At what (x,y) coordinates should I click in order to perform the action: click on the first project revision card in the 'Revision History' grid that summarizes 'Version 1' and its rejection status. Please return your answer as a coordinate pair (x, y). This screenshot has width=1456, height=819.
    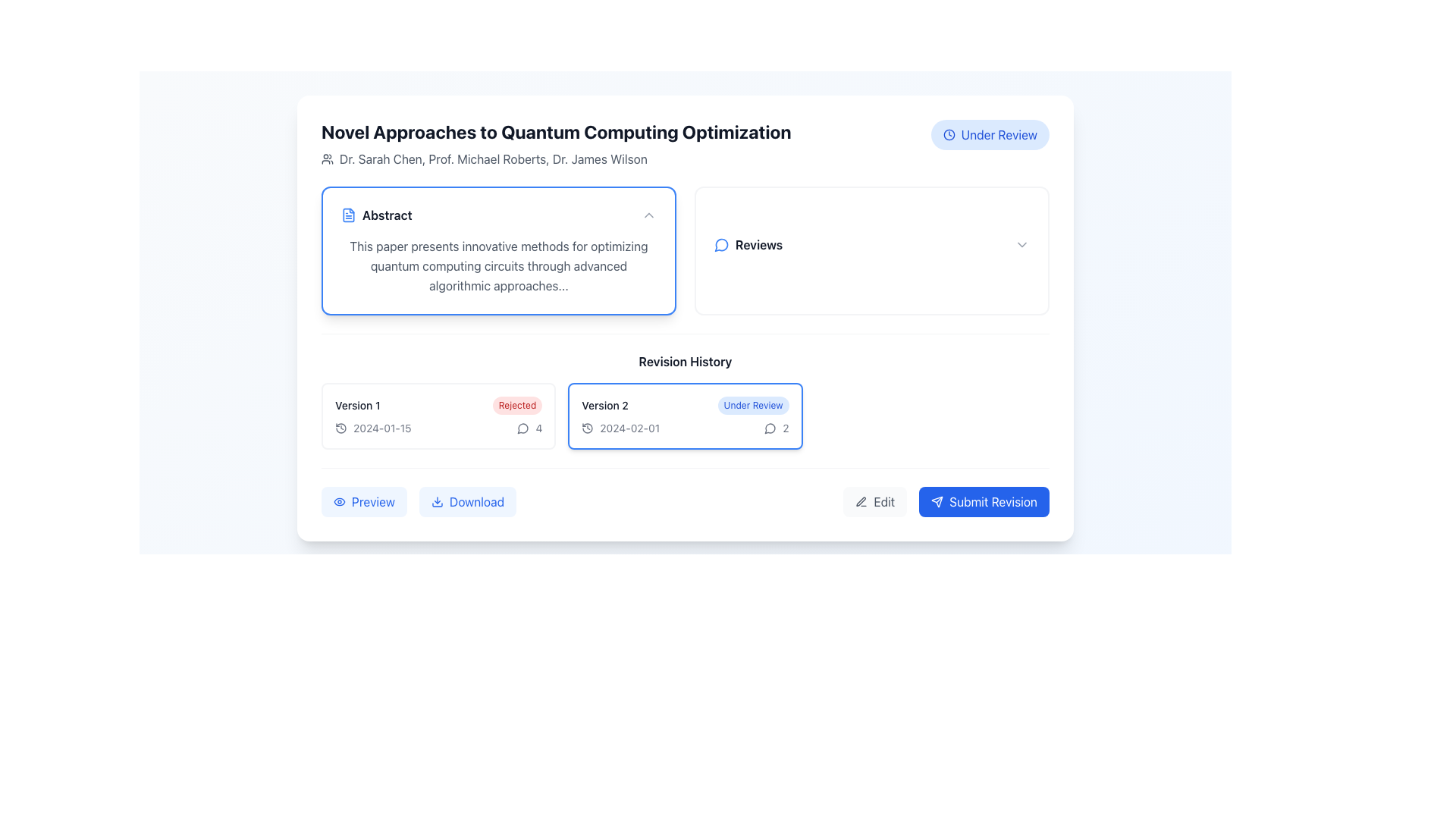
    Looking at the image, I should click on (438, 416).